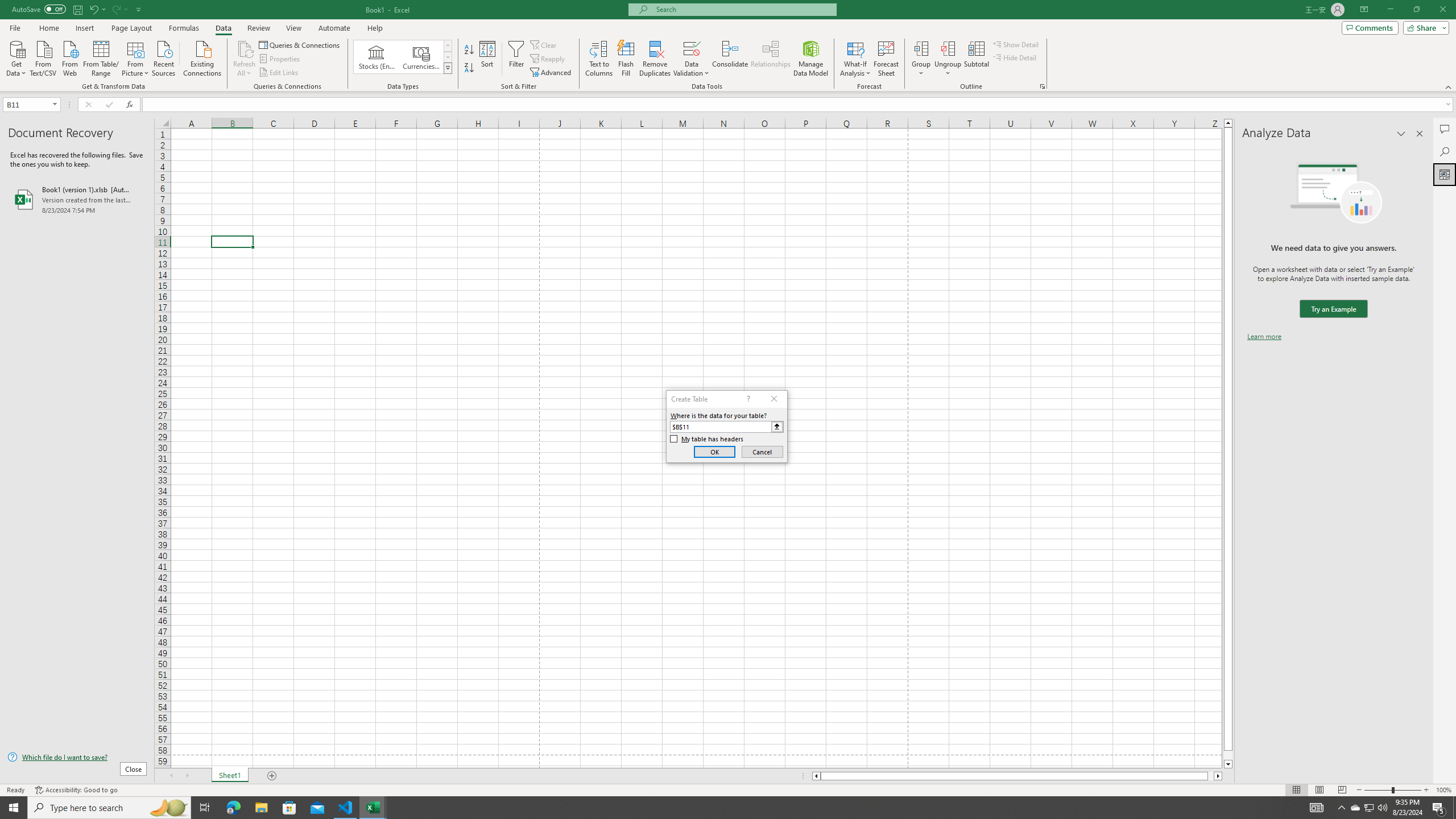  Describe the element at coordinates (626, 59) in the screenshot. I see `'Flash Fill'` at that location.